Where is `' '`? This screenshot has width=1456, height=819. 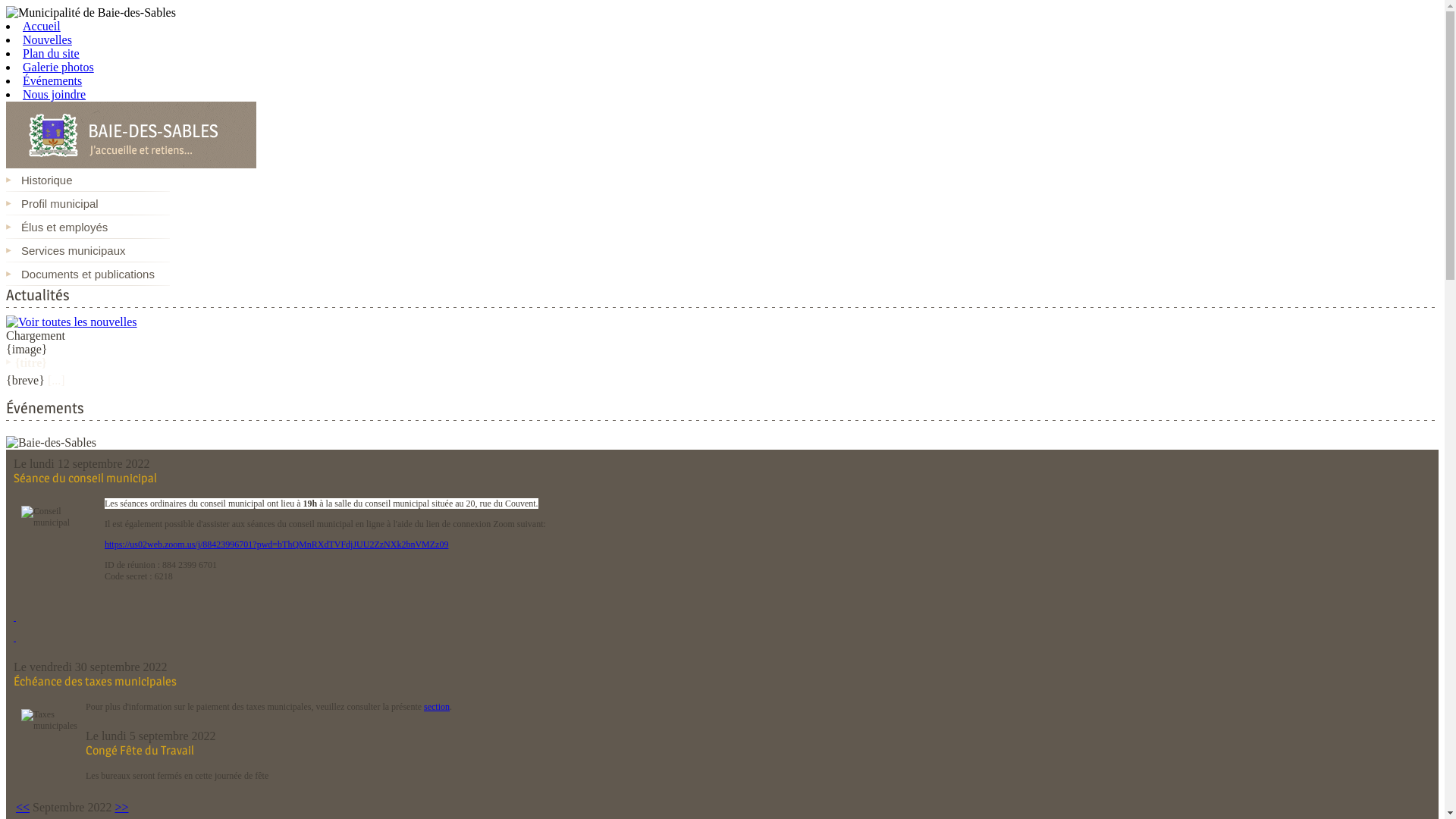 ' ' is located at coordinates (14, 617).